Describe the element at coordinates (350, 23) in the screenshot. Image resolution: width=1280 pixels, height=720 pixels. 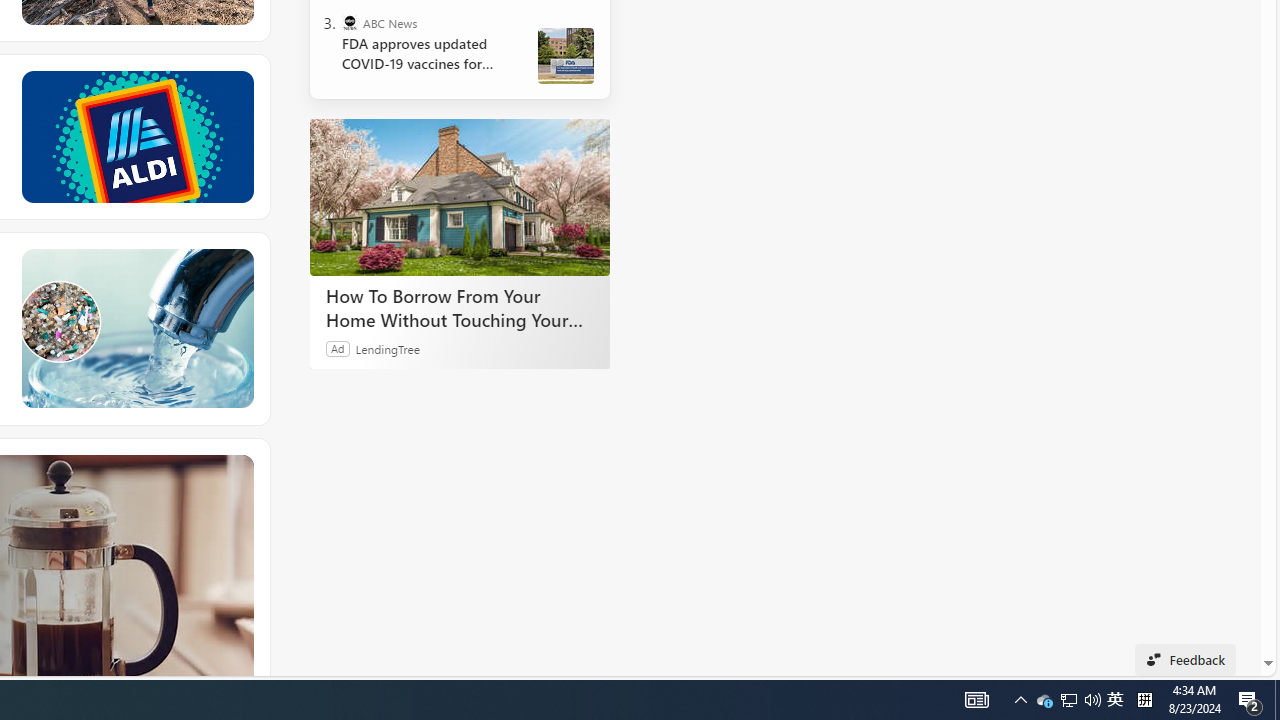
I see `'ABC News'` at that location.